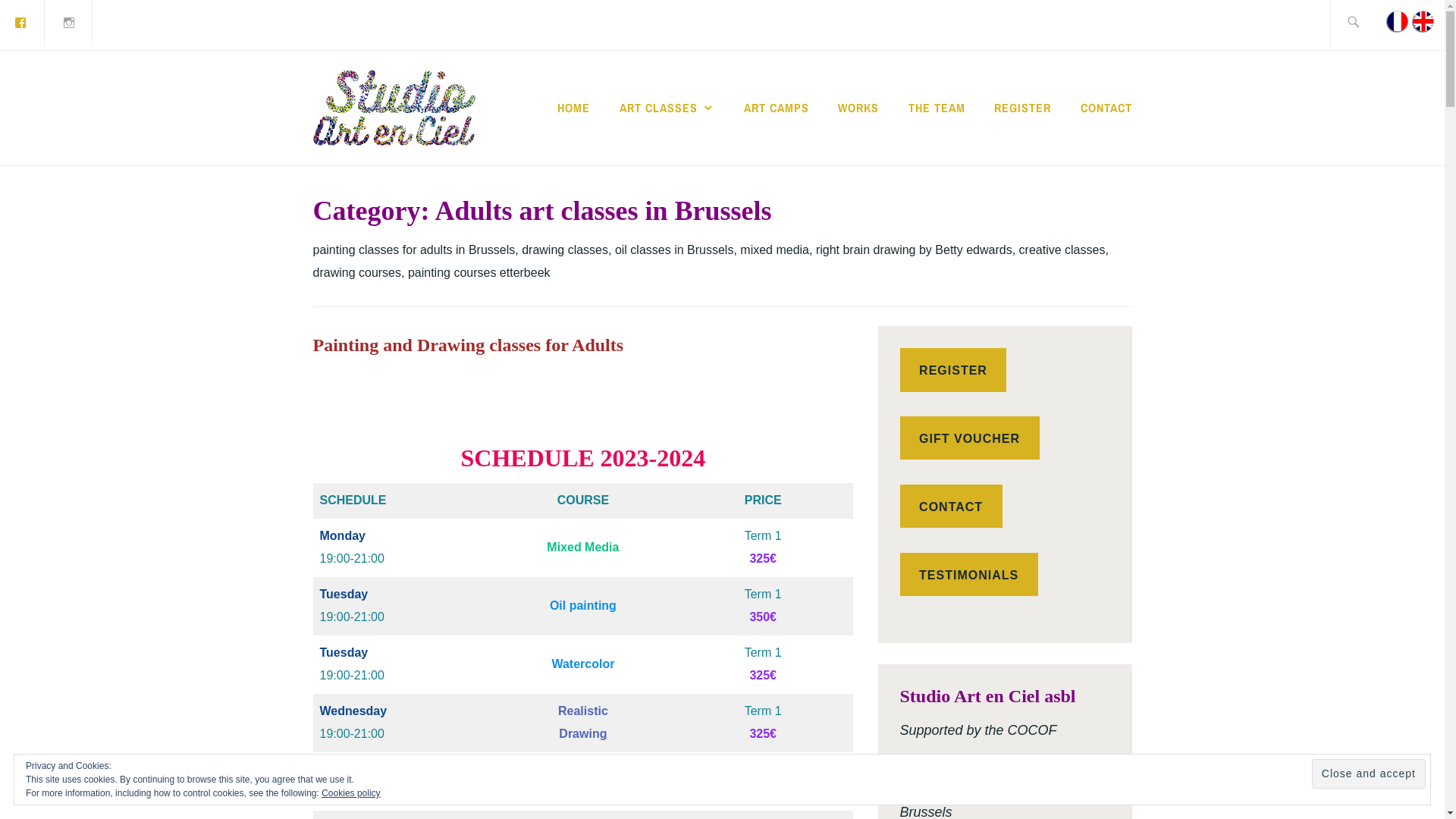  I want to click on 'REGISTER', so click(952, 370).